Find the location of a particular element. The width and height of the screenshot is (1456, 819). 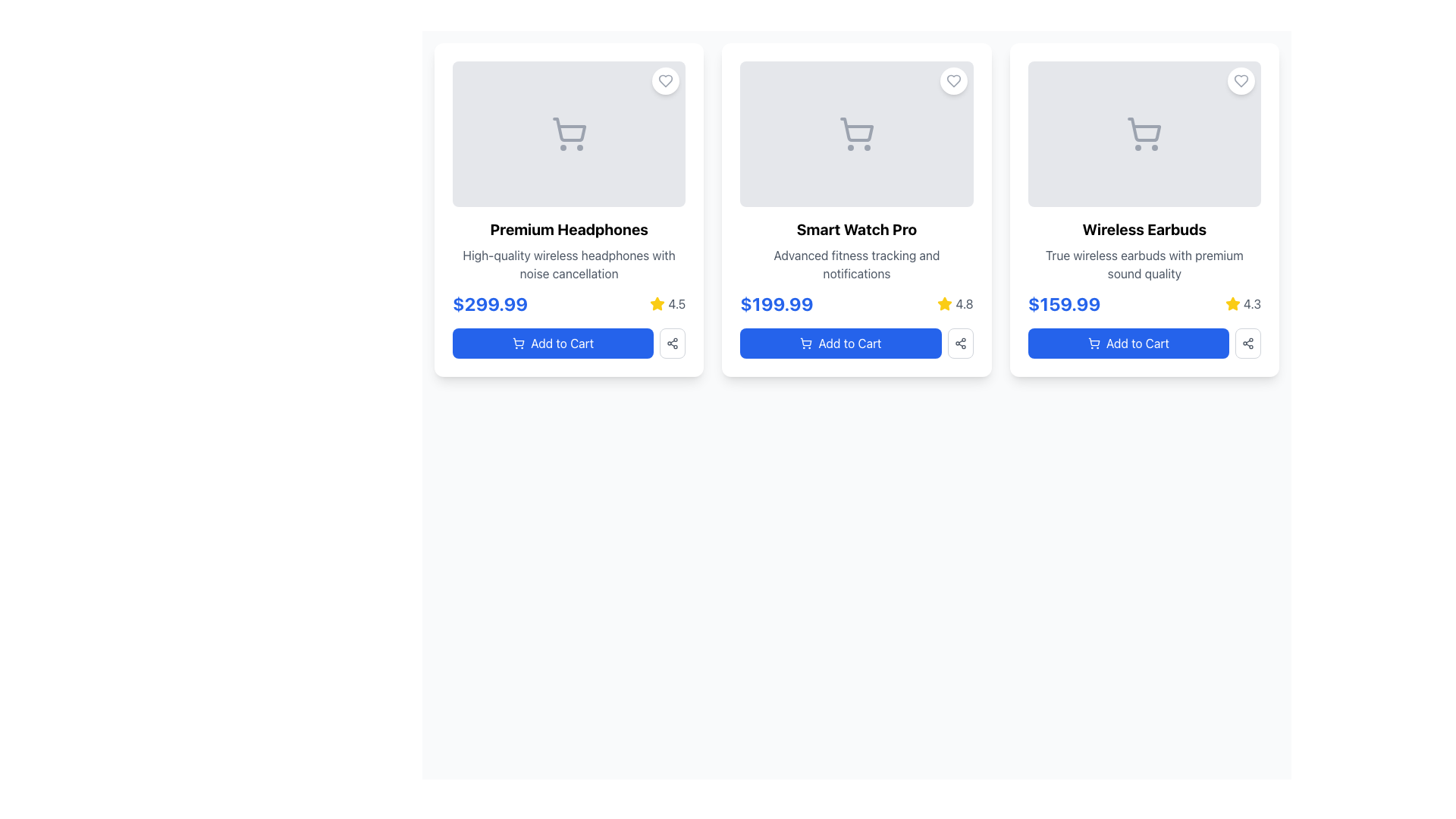

text of the 'Smart Watch Pro' label, which is centrally aligned within the second product card, styled in bold with a larger font size is located at coordinates (856, 230).